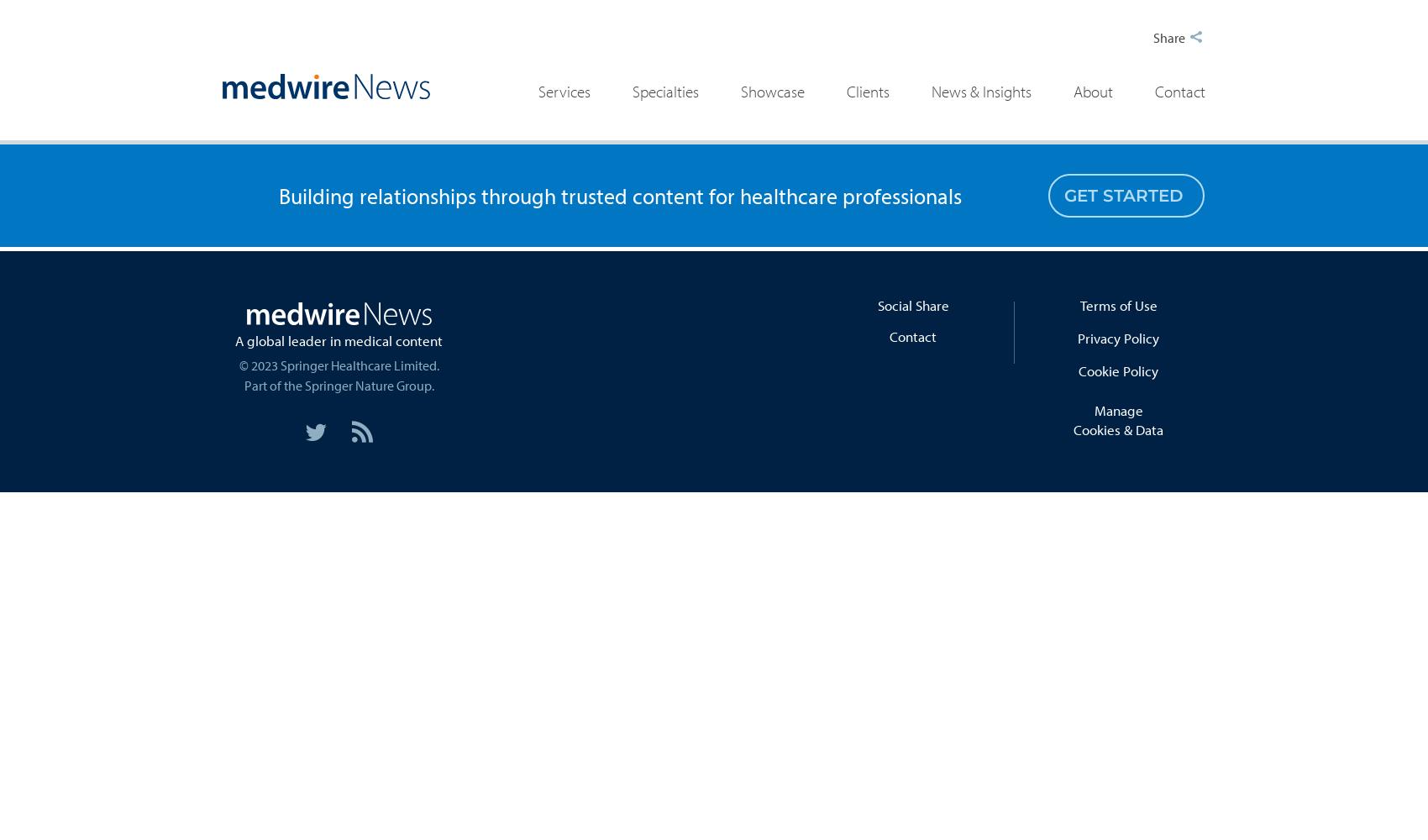 The image size is (1428, 840). What do you see at coordinates (980, 91) in the screenshot?
I see `'News & Insights'` at bounding box center [980, 91].